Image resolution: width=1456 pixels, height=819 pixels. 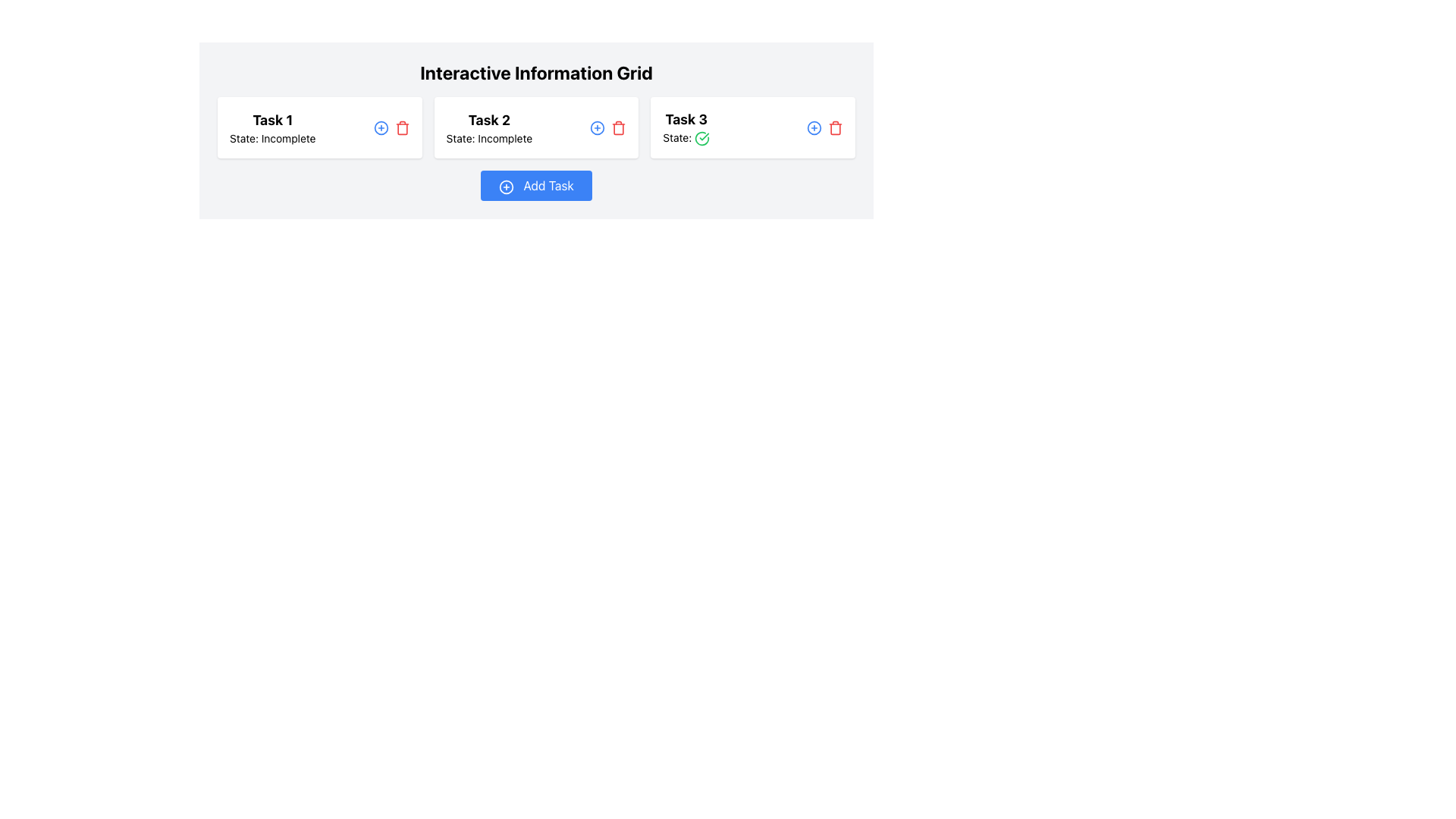 What do you see at coordinates (536, 73) in the screenshot?
I see `the bold heading text element displaying 'Interactive Information Grid' located at the top-center of the interface, above the task cards and 'Add Task' button` at bounding box center [536, 73].